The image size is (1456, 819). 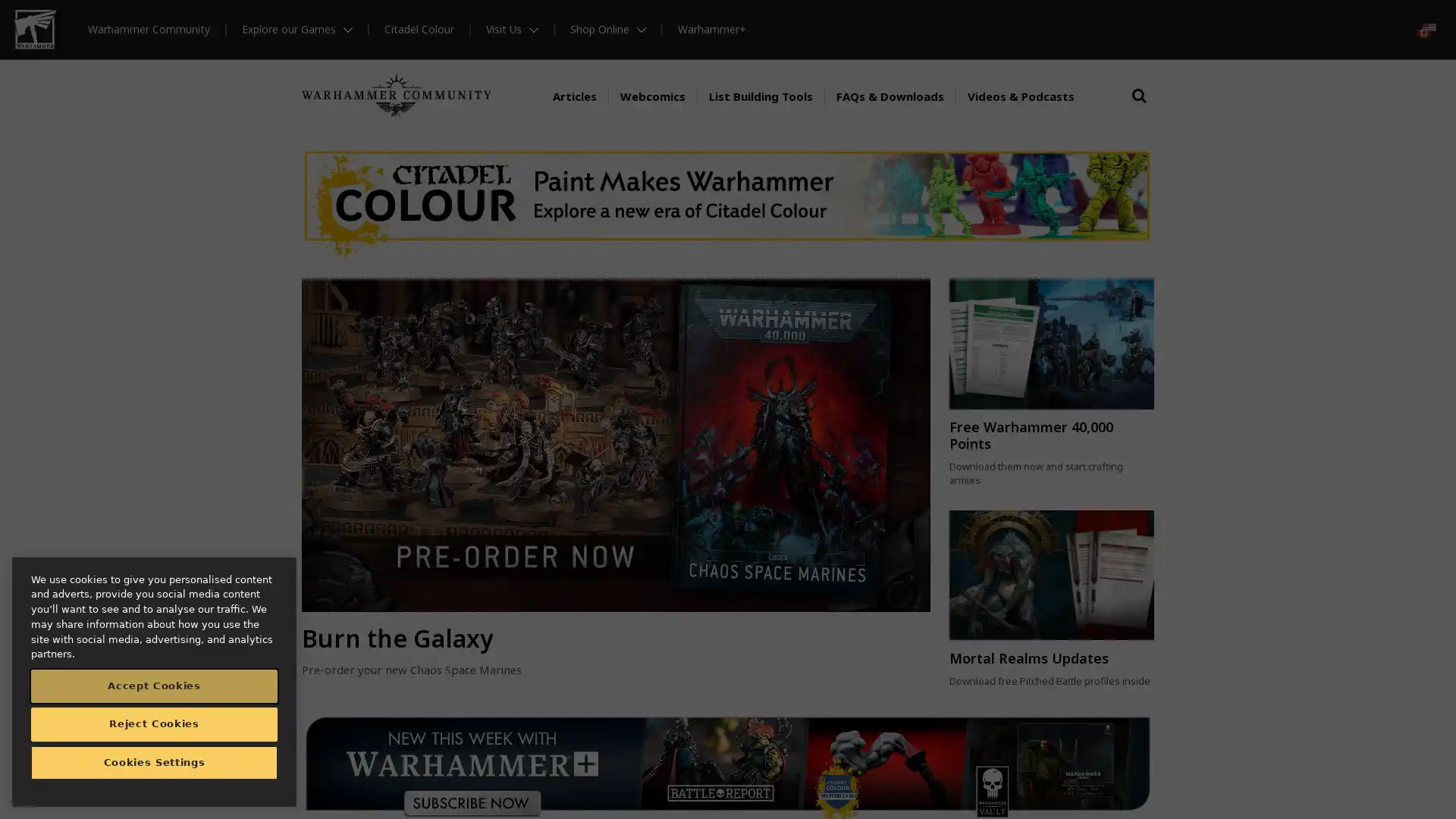 What do you see at coordinates (154, 767) in the screenshot?
I see `Cookies Settings` at bounding box center [154, 767].